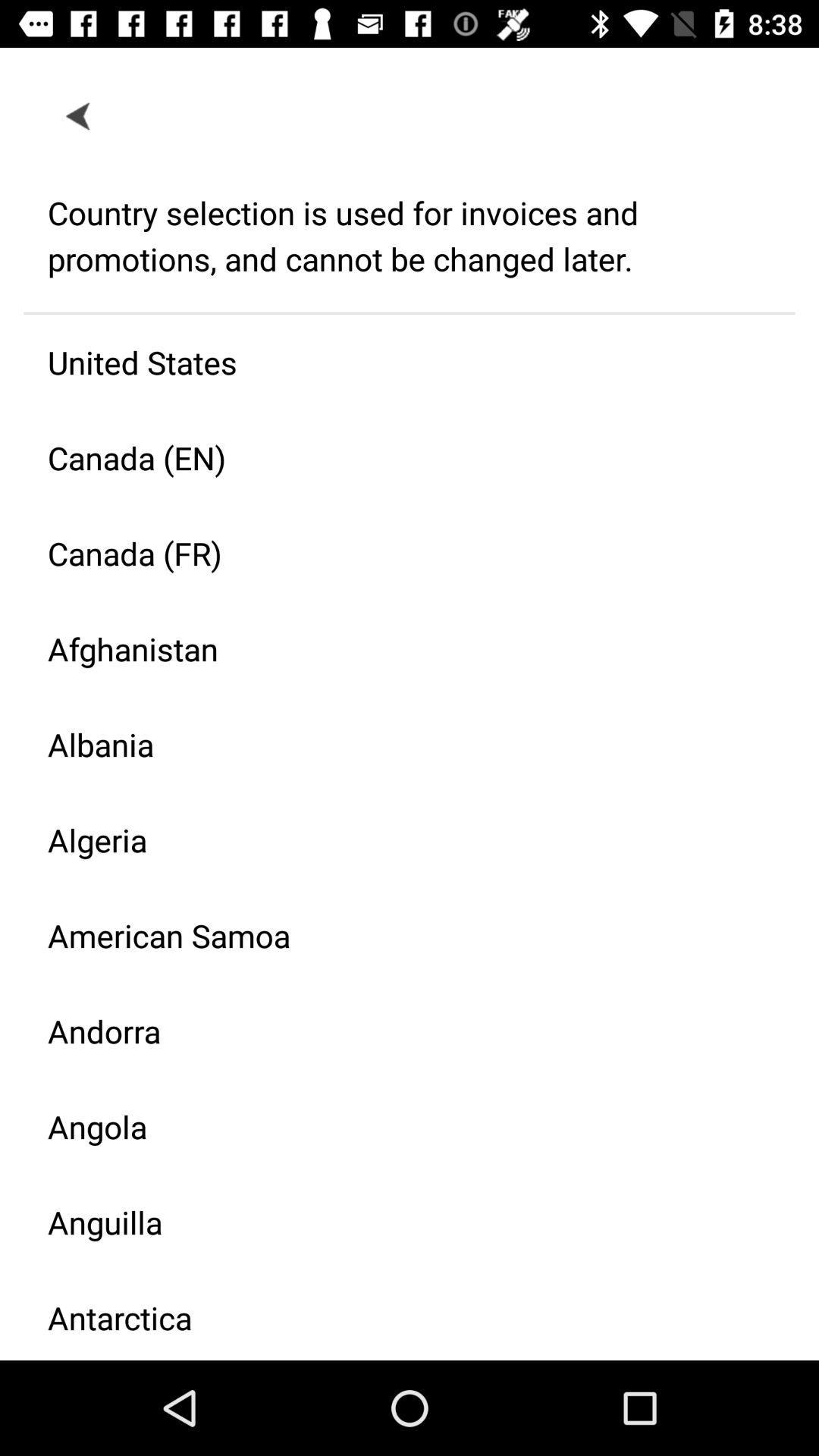 This screenshot has width=819, height=1456. What do you see at coordinates (397, 457) in the screenshot?
I see `the canada (en)` at bounding box center [397, 457].